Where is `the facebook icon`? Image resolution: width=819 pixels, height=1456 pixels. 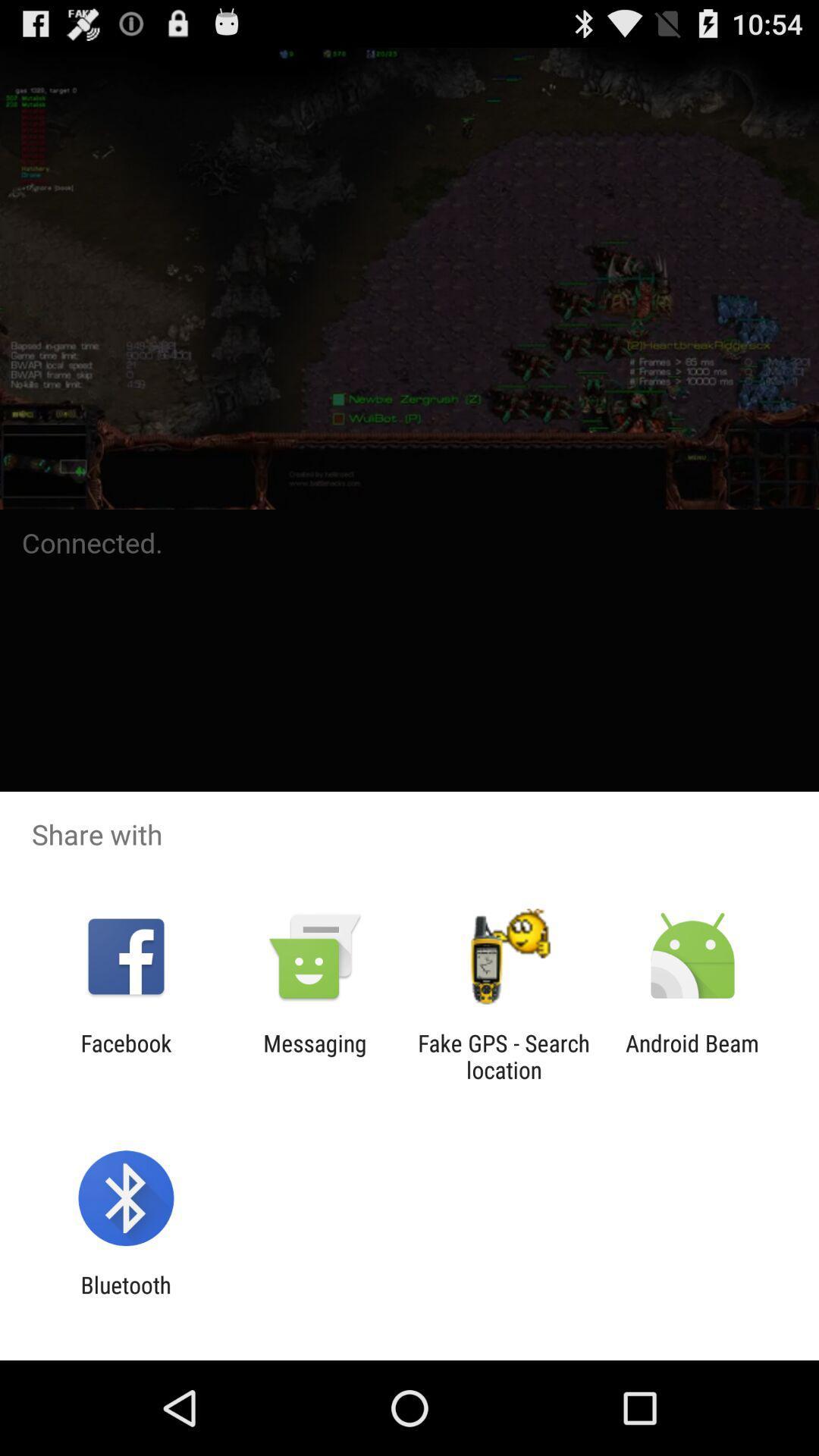
the facebook icon is located at coordinates (125, 1056).